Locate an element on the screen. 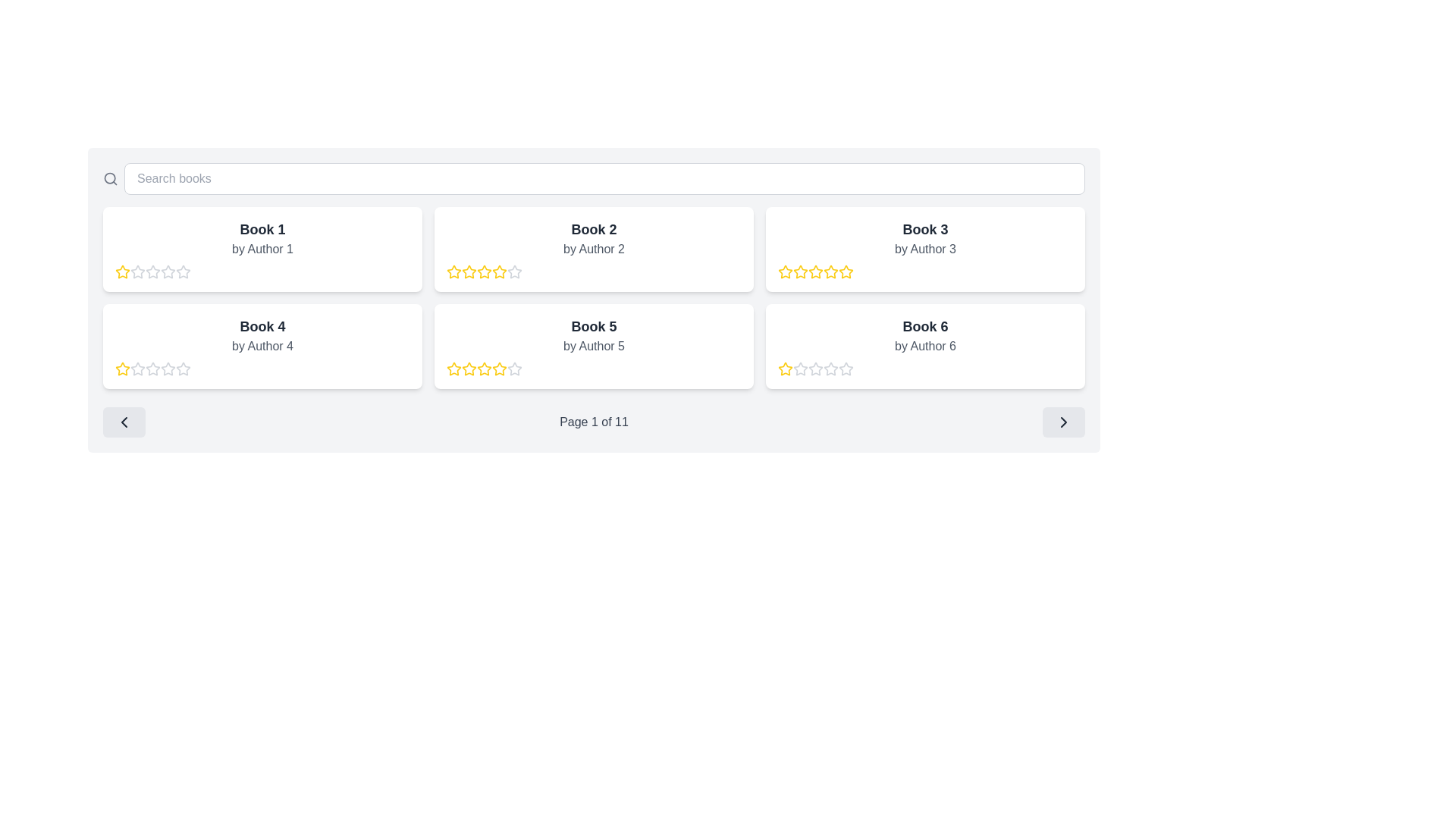 The width and height of the screenshot is (1456, 819). the card displaying book information and rating for 'Book 4' by 'Author 4', which is the fourth card in a grid layout is located at coordinates (262, 346).